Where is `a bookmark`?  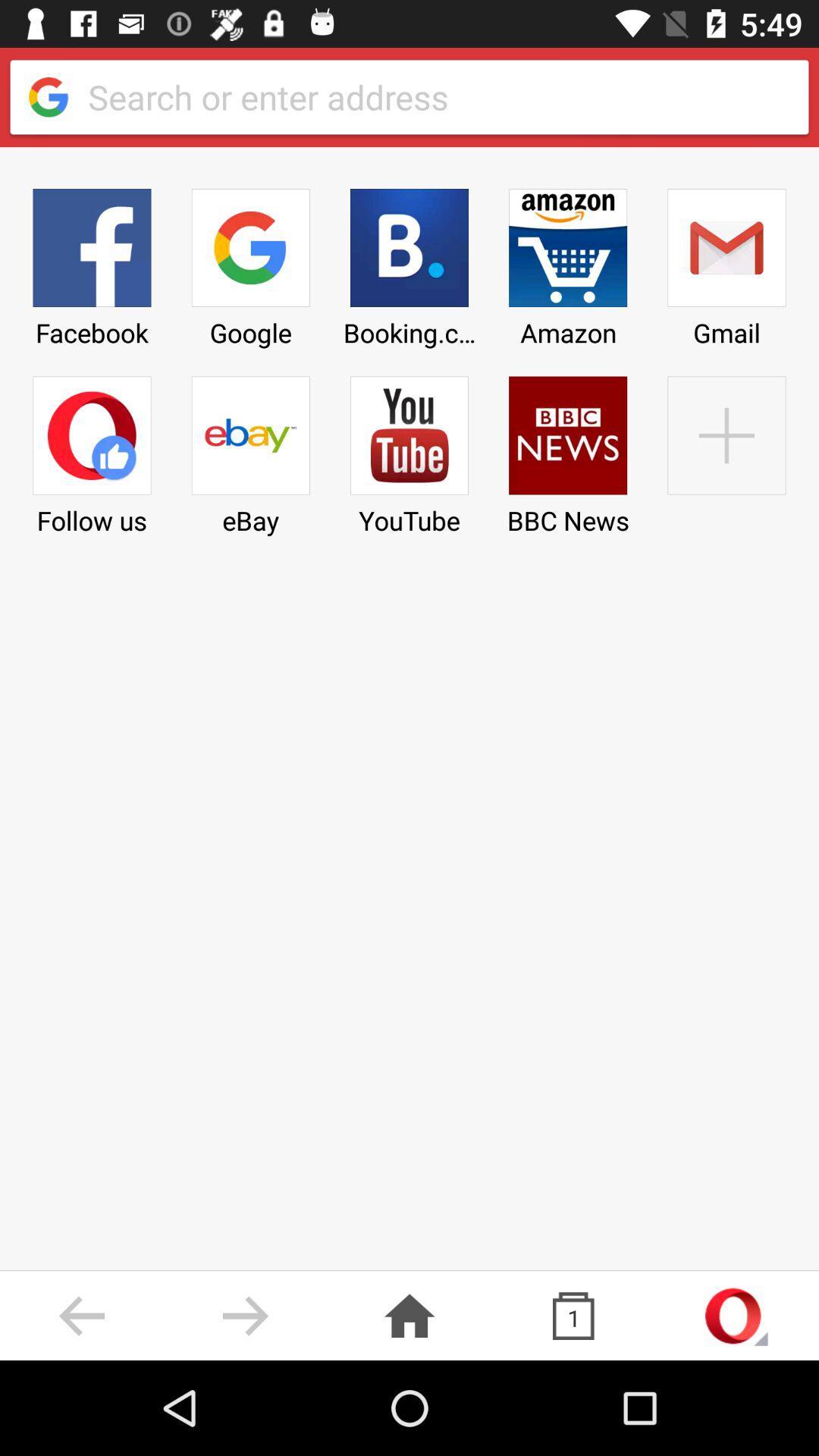
a bookmark is located at coordinates (726, 450).